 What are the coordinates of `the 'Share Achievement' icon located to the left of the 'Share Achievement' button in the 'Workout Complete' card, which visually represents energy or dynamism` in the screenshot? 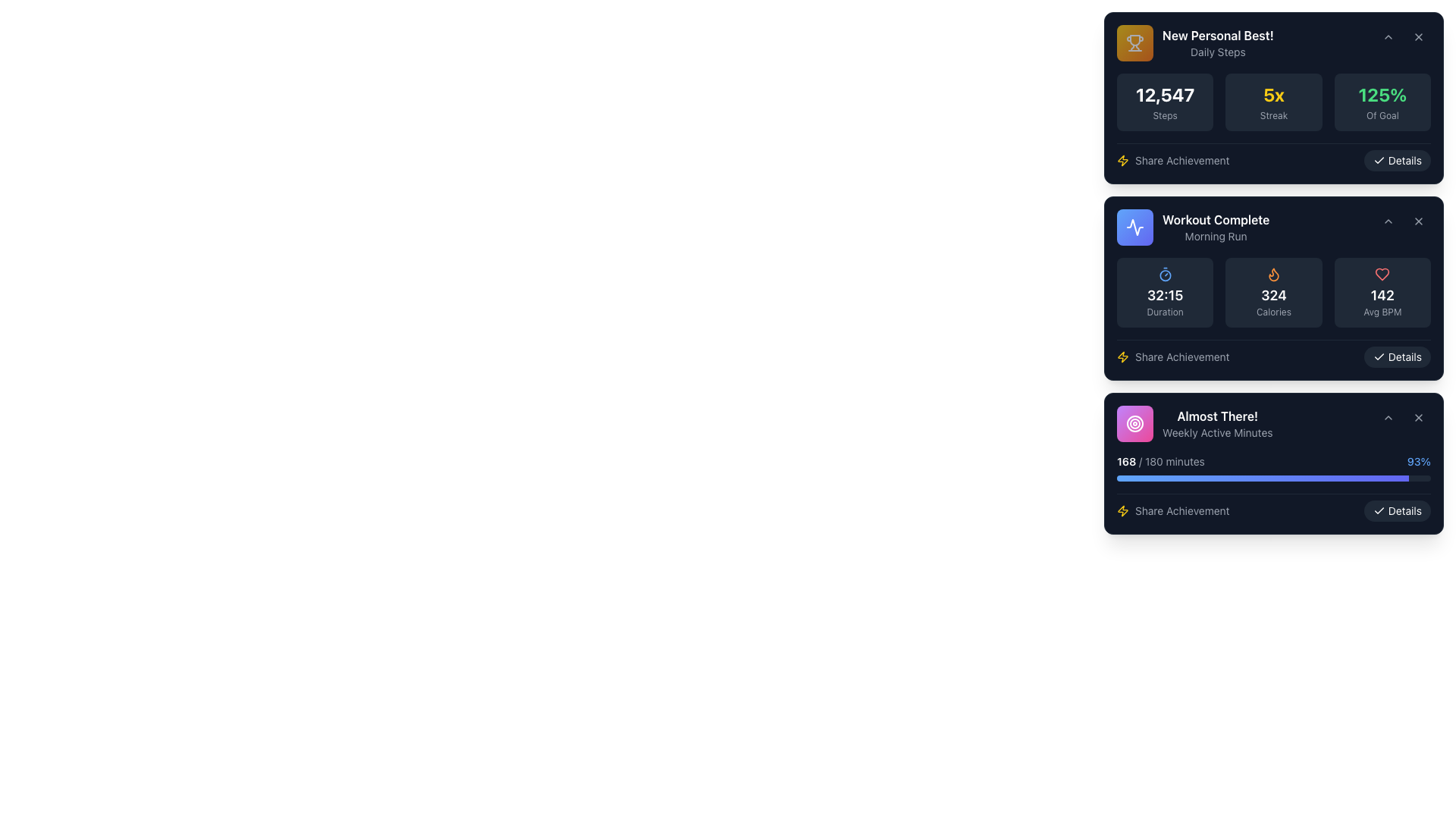 It's located at (1123, 511).